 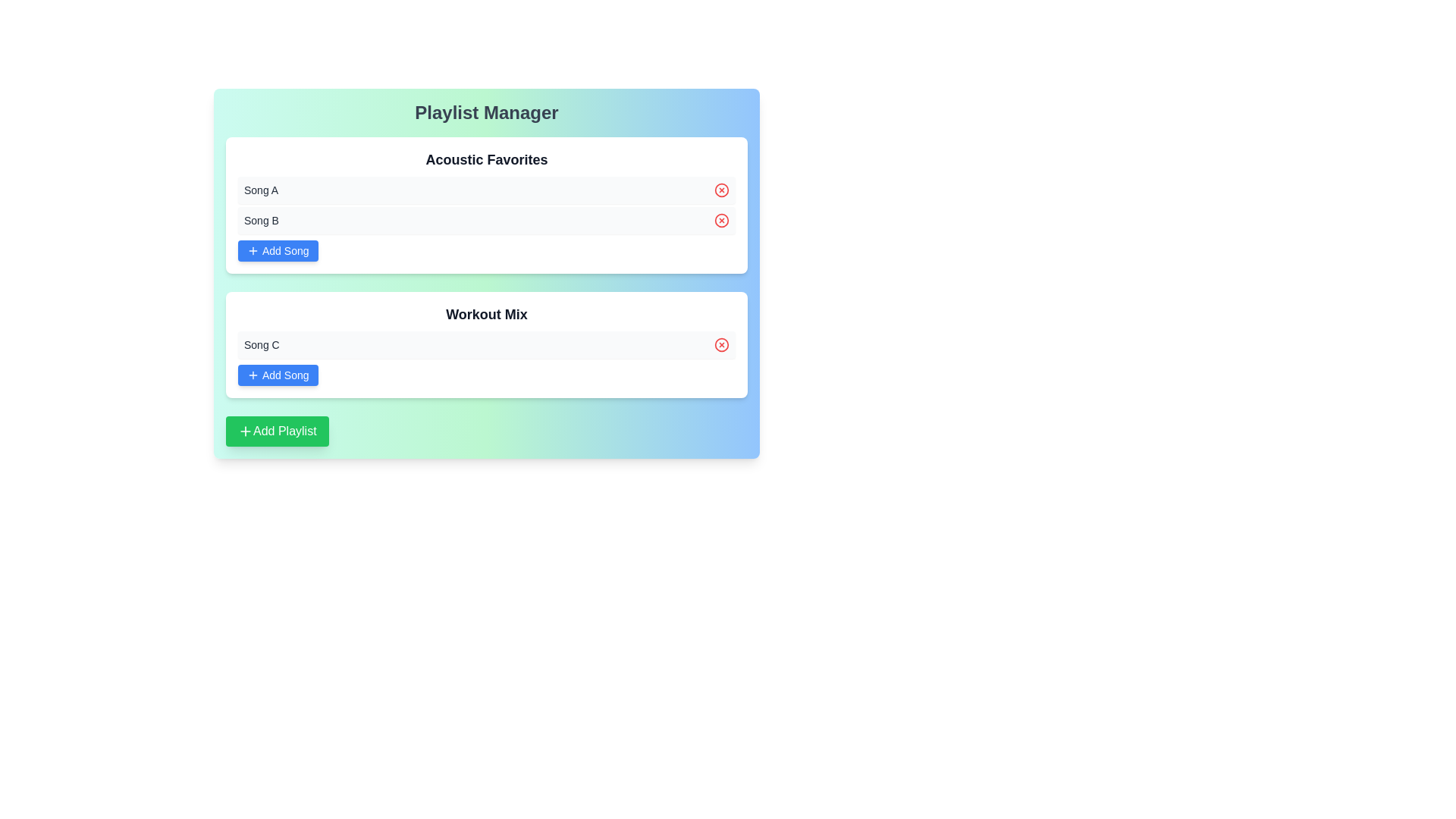 I want to click on the green 'Add Playlist' button with rounded corners located at the bottom of the 'Playlist Manager' section to create a new playlist, so click(x=277, y=431).